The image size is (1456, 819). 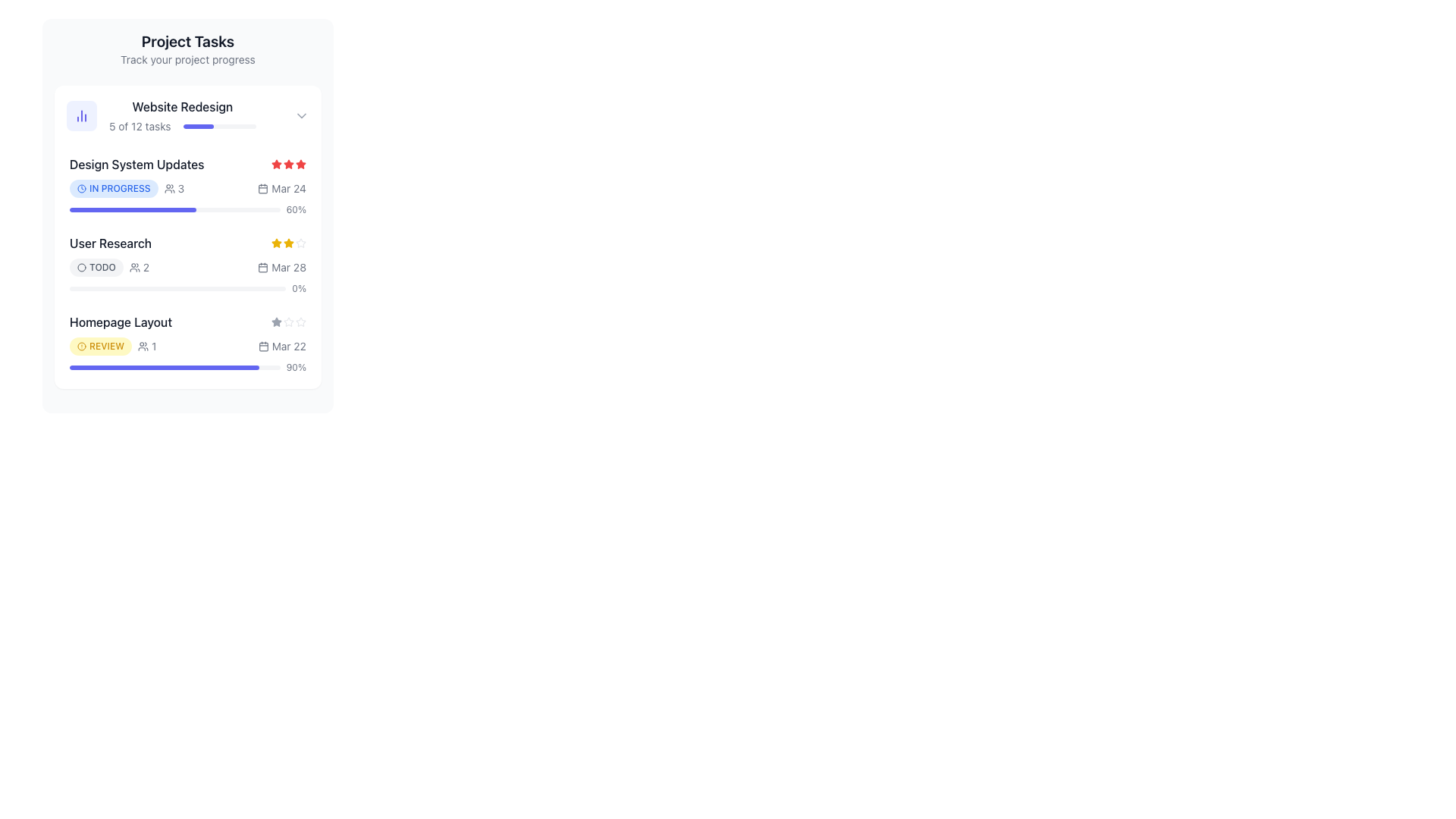 I want to click on the text label that reads 'Website Redesign', which is positioned at the upper section of a task card, directly above the progress details '5 of 12 tasks', so click(x=182, y=106).